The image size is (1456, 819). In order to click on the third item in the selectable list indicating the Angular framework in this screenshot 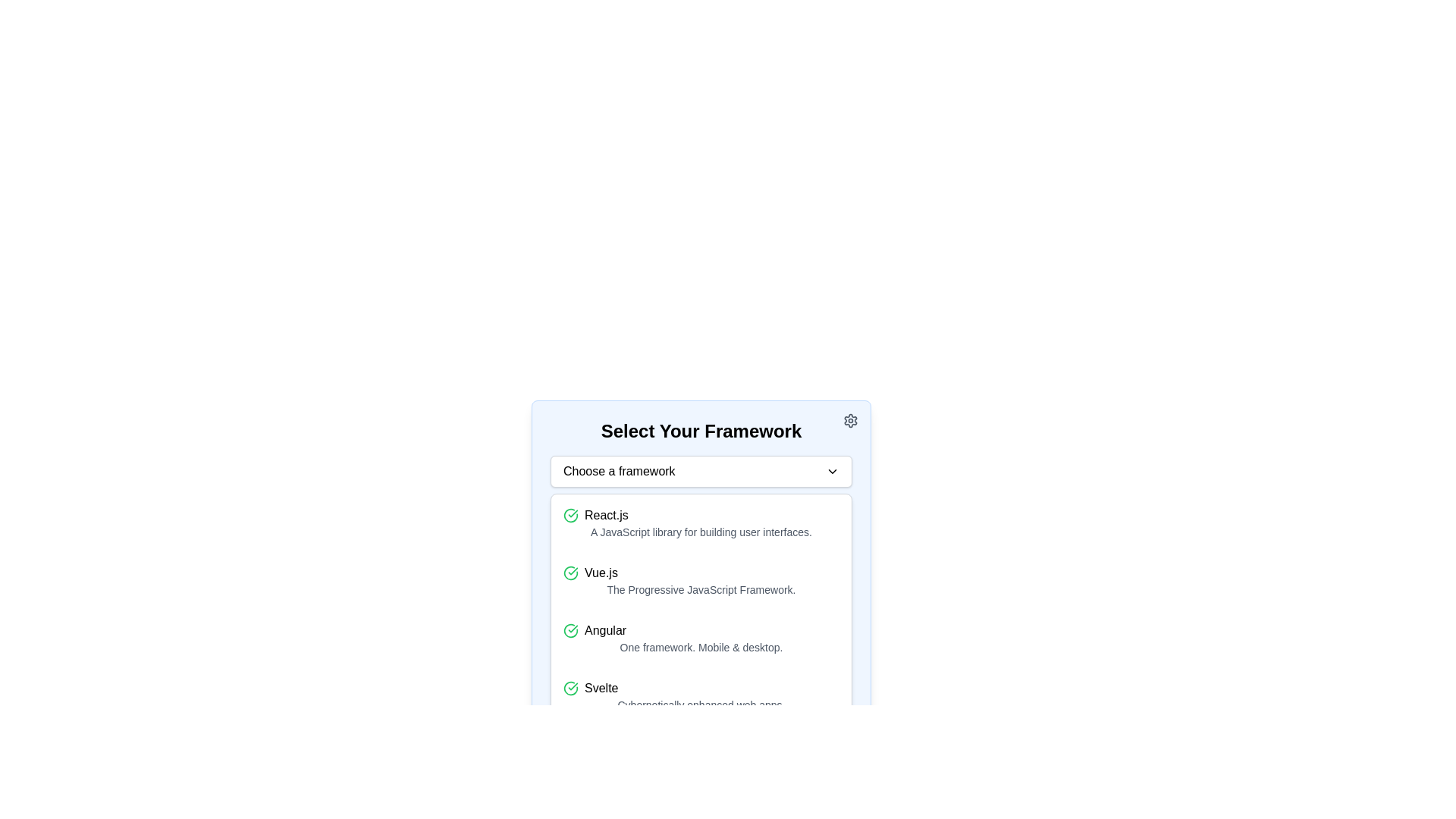, I will do `click(701, 638)`.